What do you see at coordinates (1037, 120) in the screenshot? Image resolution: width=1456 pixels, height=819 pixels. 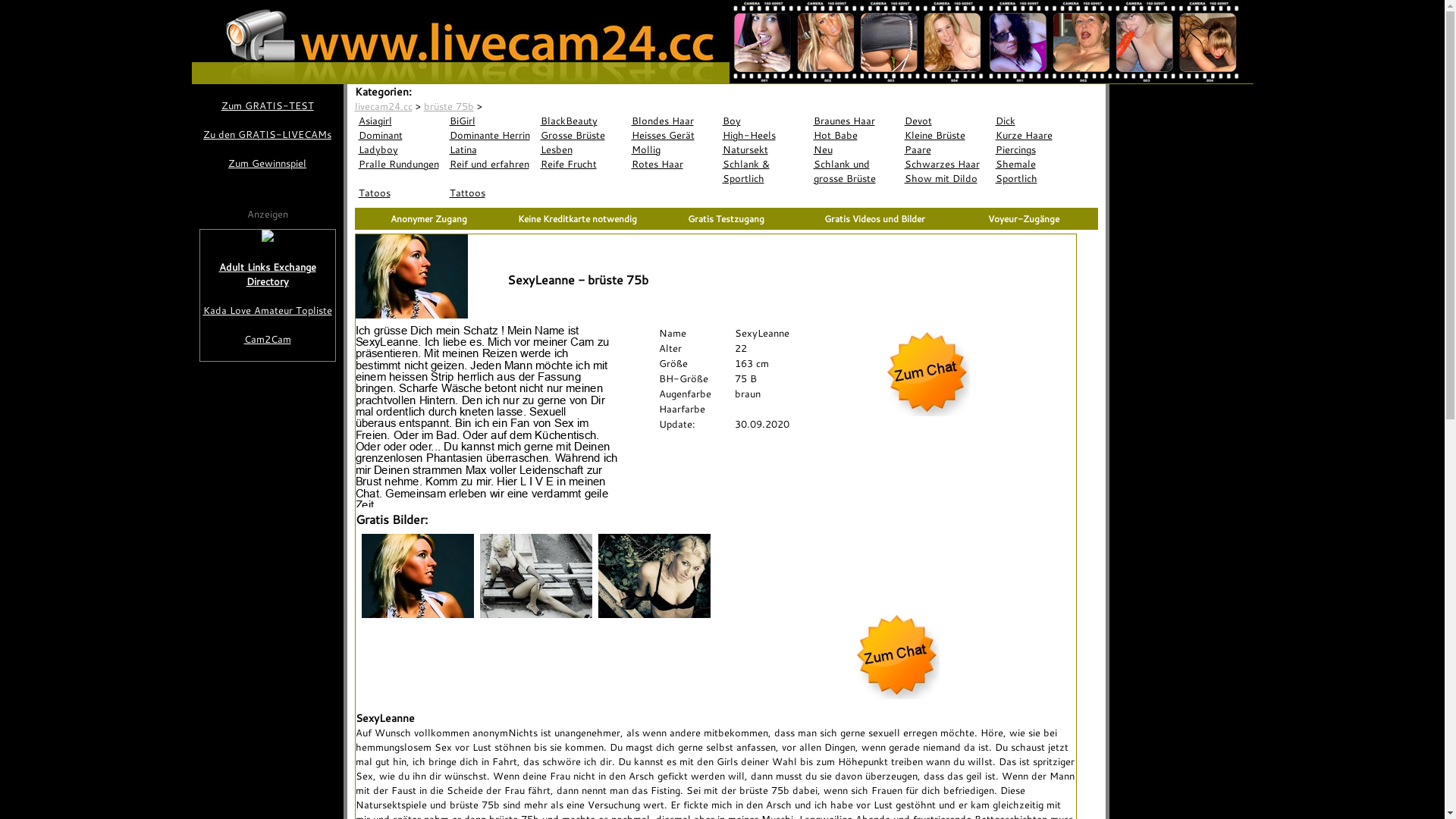 I see `'Dick'` at bounding box center [1037, 120].